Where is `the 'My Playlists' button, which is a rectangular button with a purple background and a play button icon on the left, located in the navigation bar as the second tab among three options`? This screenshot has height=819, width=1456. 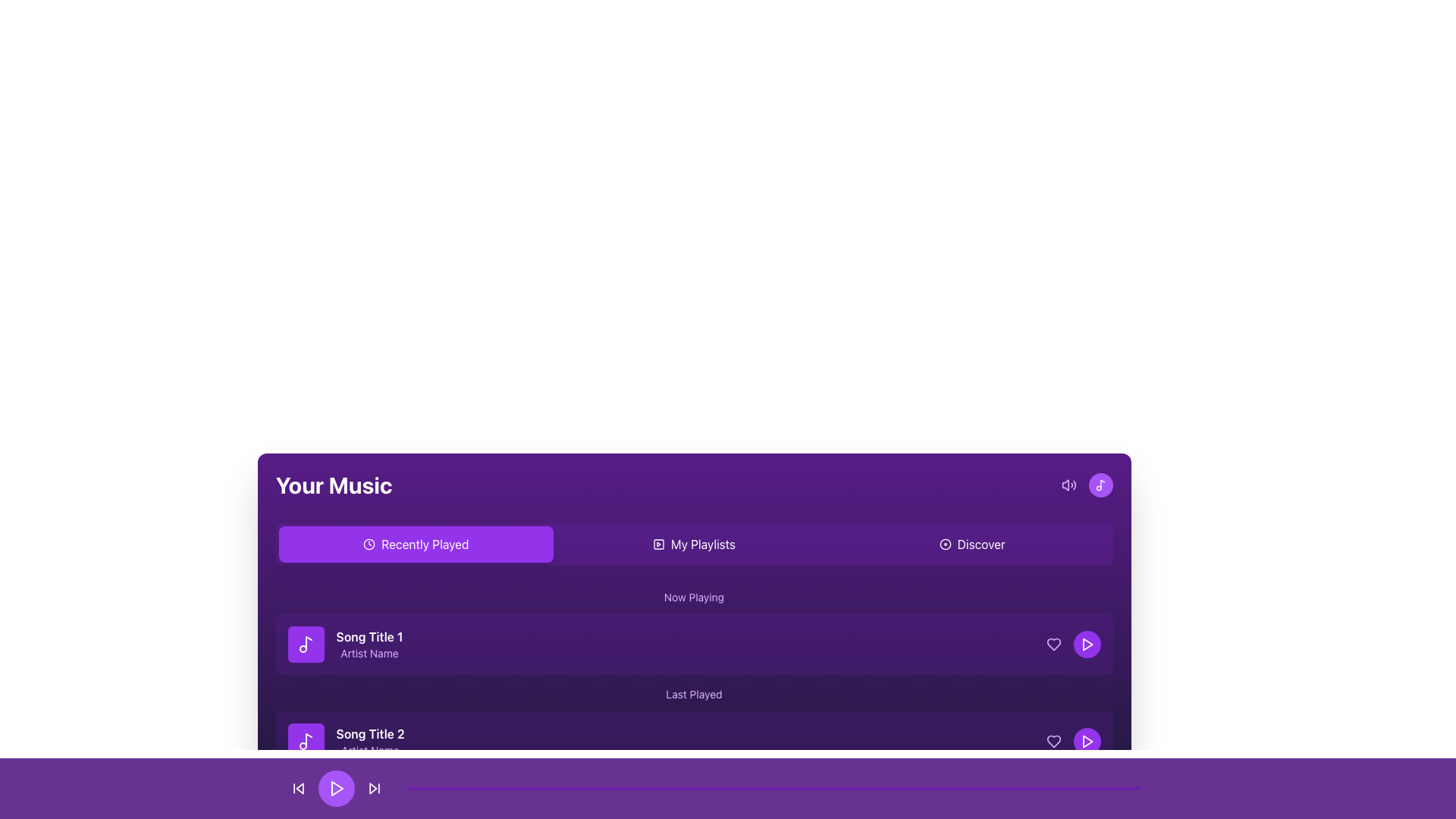
the 'My Playlists' button, which is a rectangular button with a purple background and a play button icon on the left, located in the navigation bar as the second tab among three options is located at coordinates (693, 543).